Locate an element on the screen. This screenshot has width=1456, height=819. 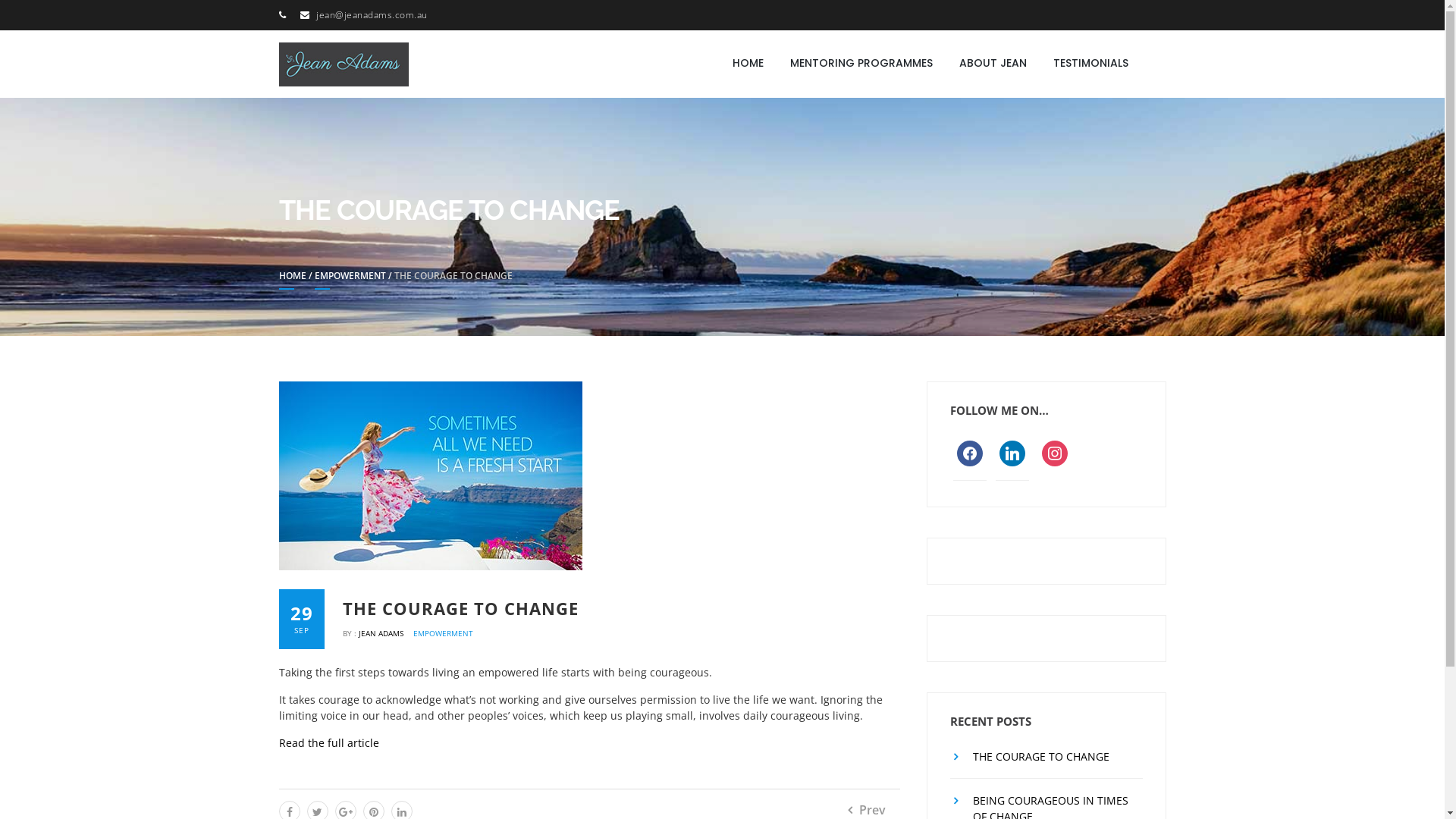
'Read the full article' is located at coordinates (328, 742).